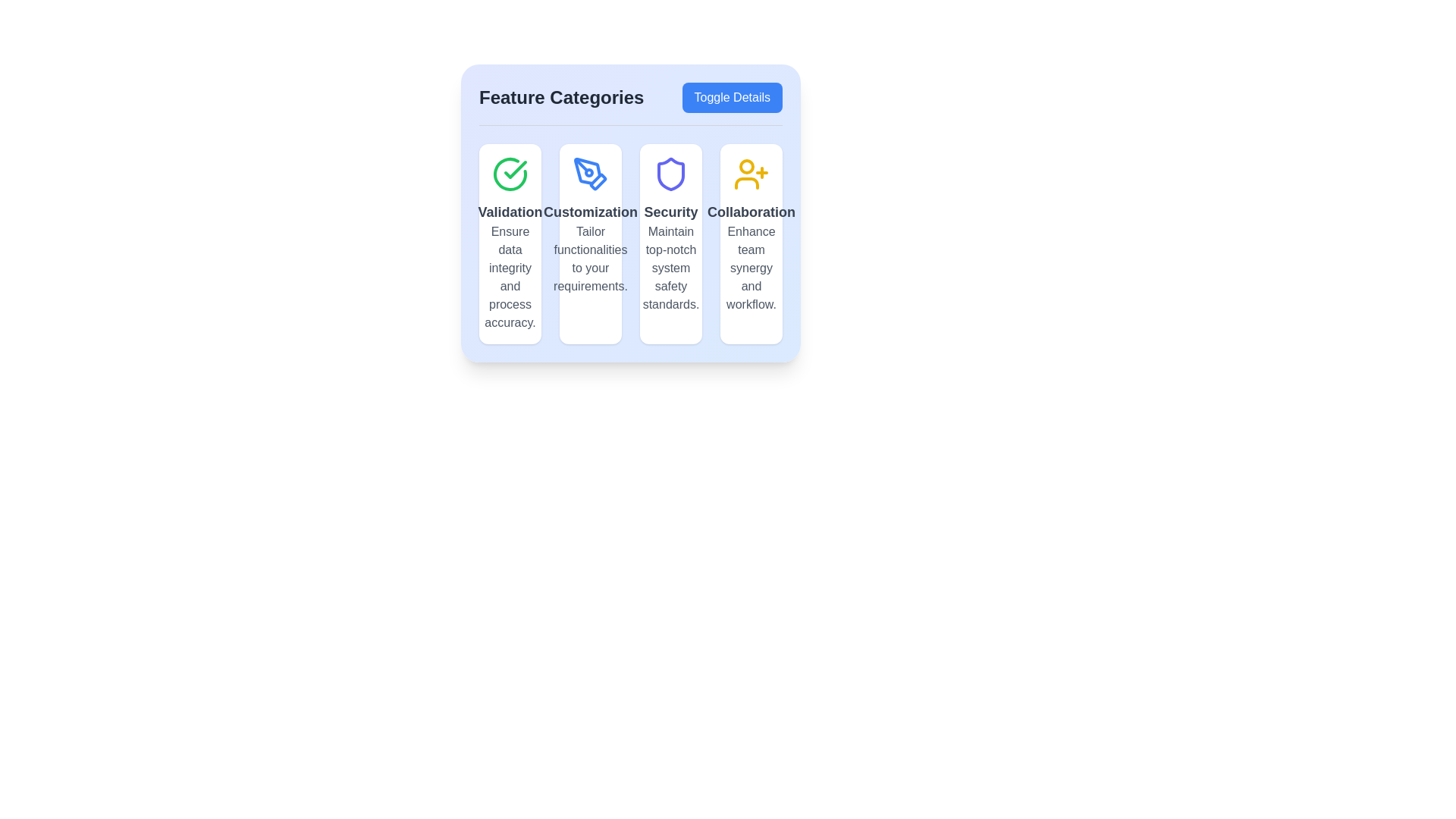  I want to click on supplementary description text label for the 'Collaboration' feature located below the title text in the fourth column of the feature categories section, so click(752, 268).